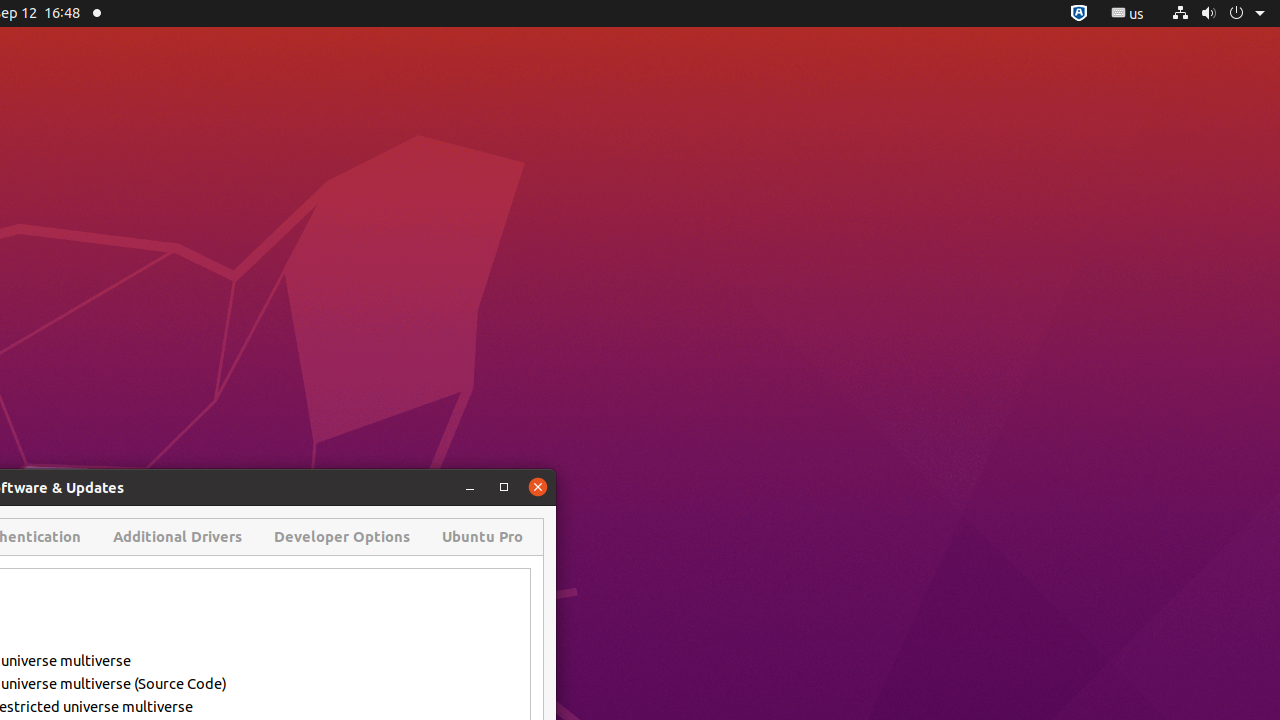 Image resolution: width=1280 pixels, height=720 pixels. I want to click on 'Developer Options', so click(342, 535).